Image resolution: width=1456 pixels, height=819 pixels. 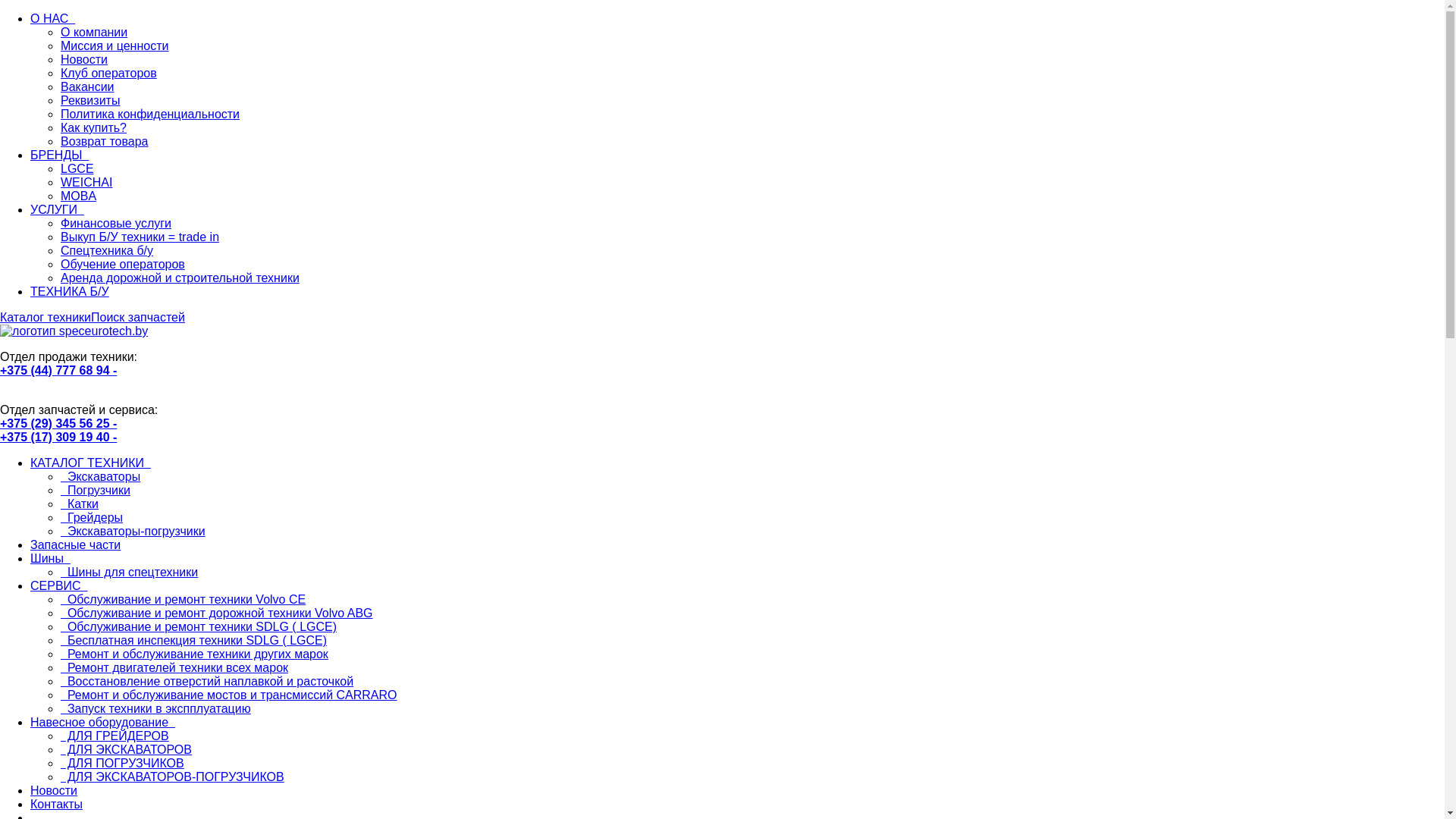 I want to click on '+375 (17) 309 19 40 -', so click(x=58, y=437).